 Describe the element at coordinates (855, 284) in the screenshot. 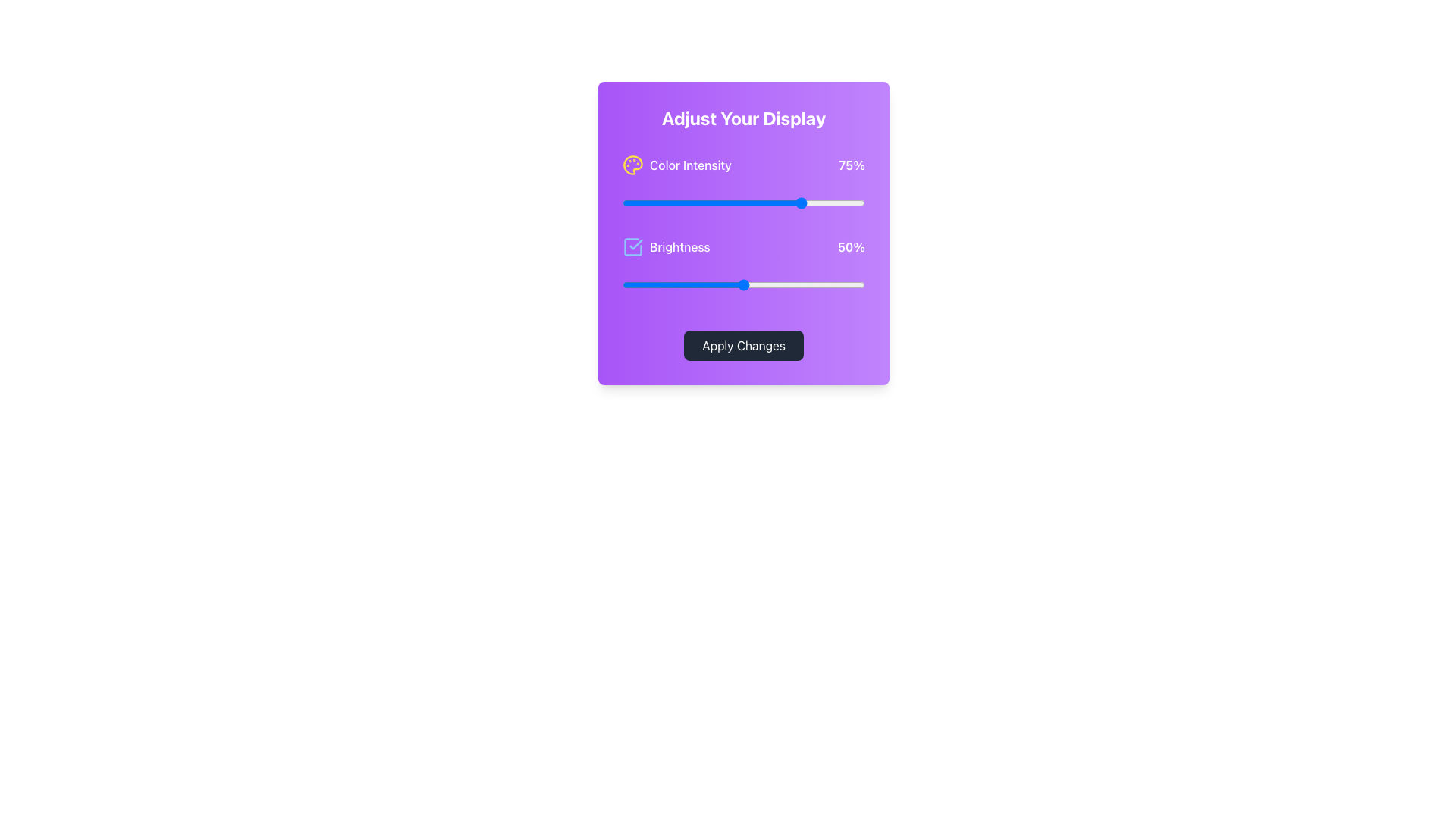

I see `the Brightness slider` at that location.